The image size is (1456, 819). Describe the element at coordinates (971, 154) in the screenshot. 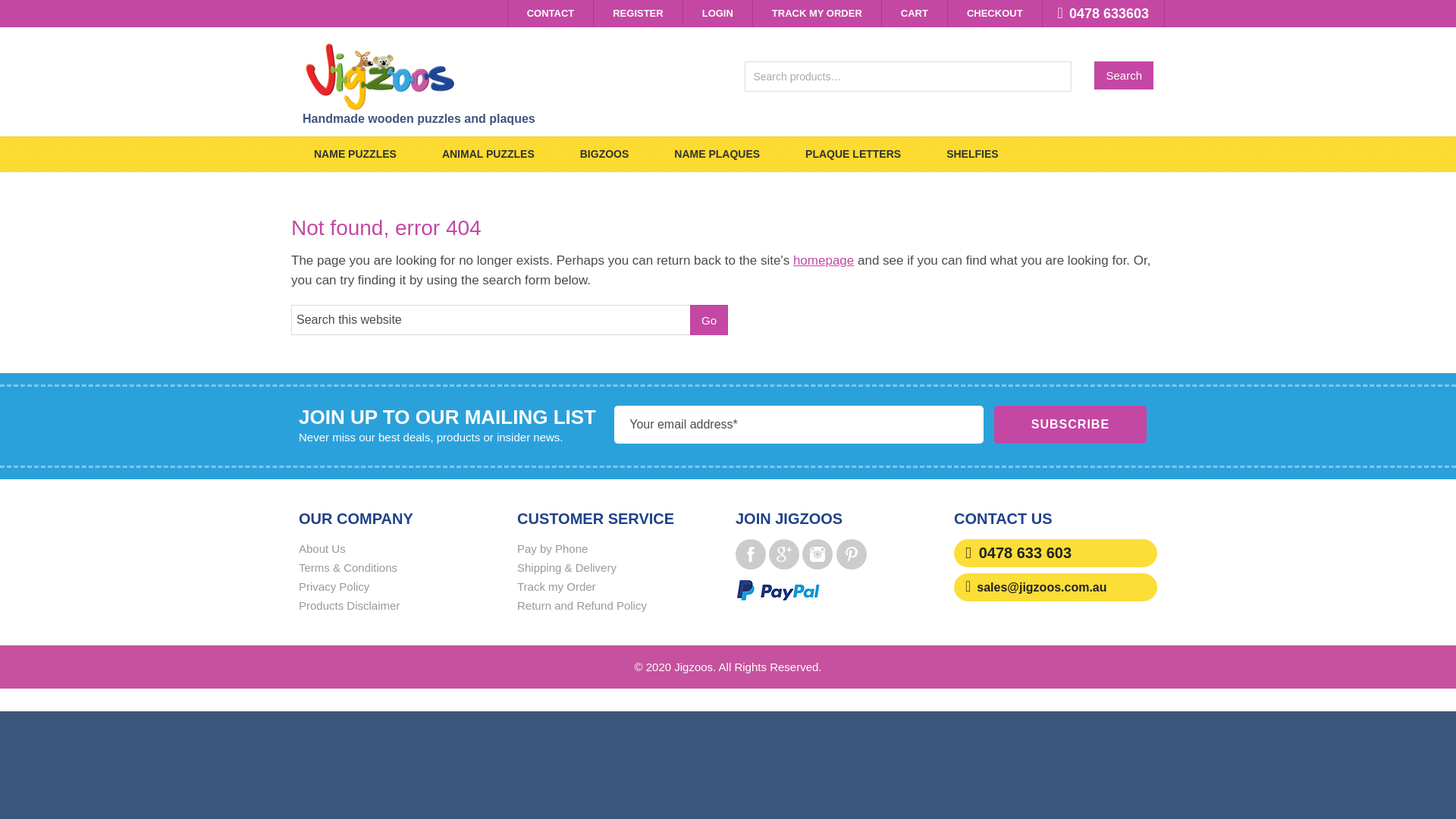

I see `'SHELFIES'` at that location.